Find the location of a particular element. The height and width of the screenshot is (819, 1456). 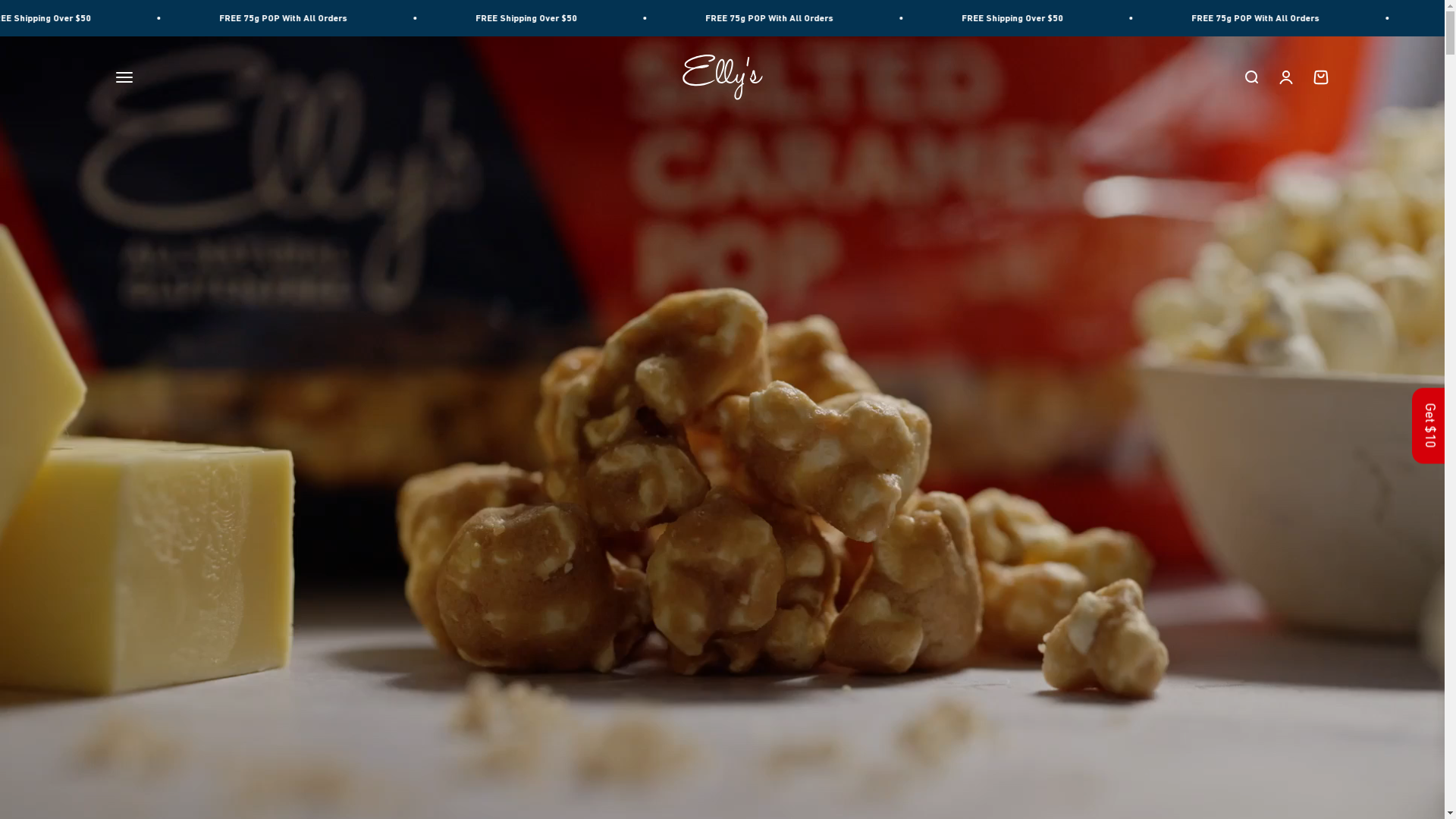

'Open account page' is located at coordinates (1284, 77).